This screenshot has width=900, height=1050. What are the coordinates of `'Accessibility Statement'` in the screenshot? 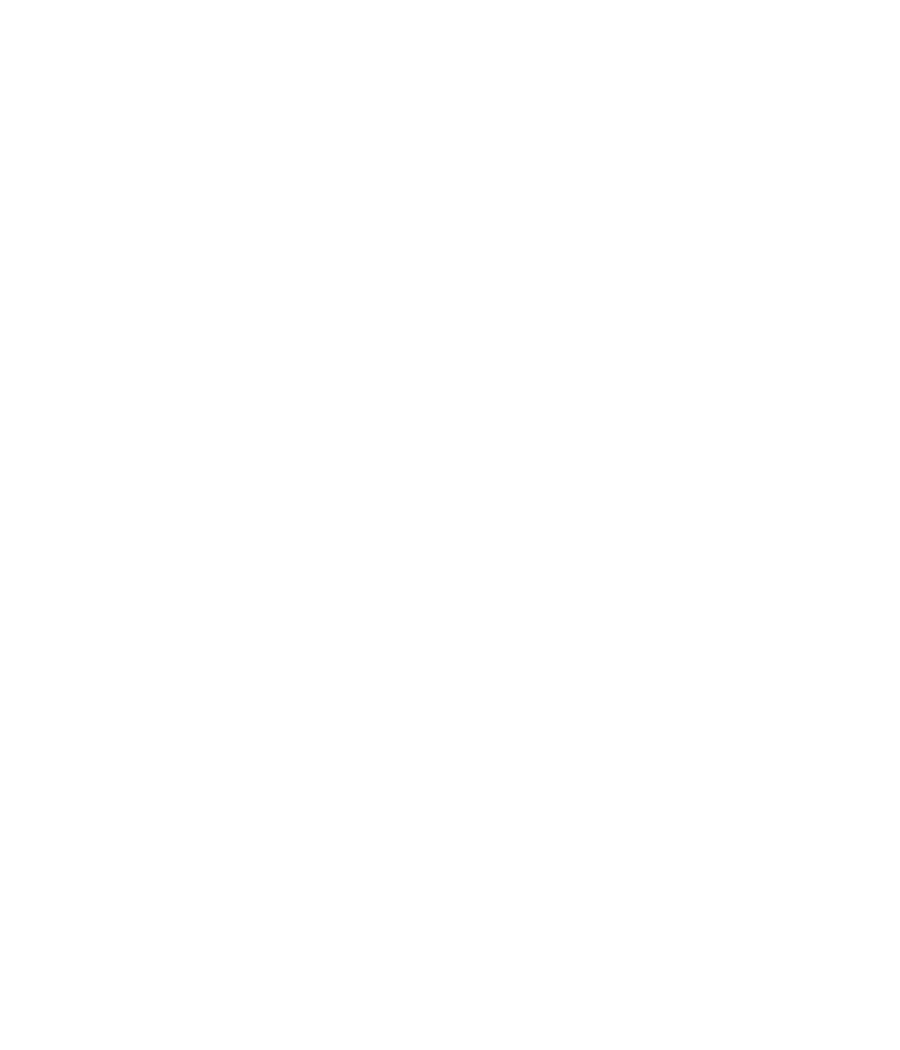 It's located at (450, 869).